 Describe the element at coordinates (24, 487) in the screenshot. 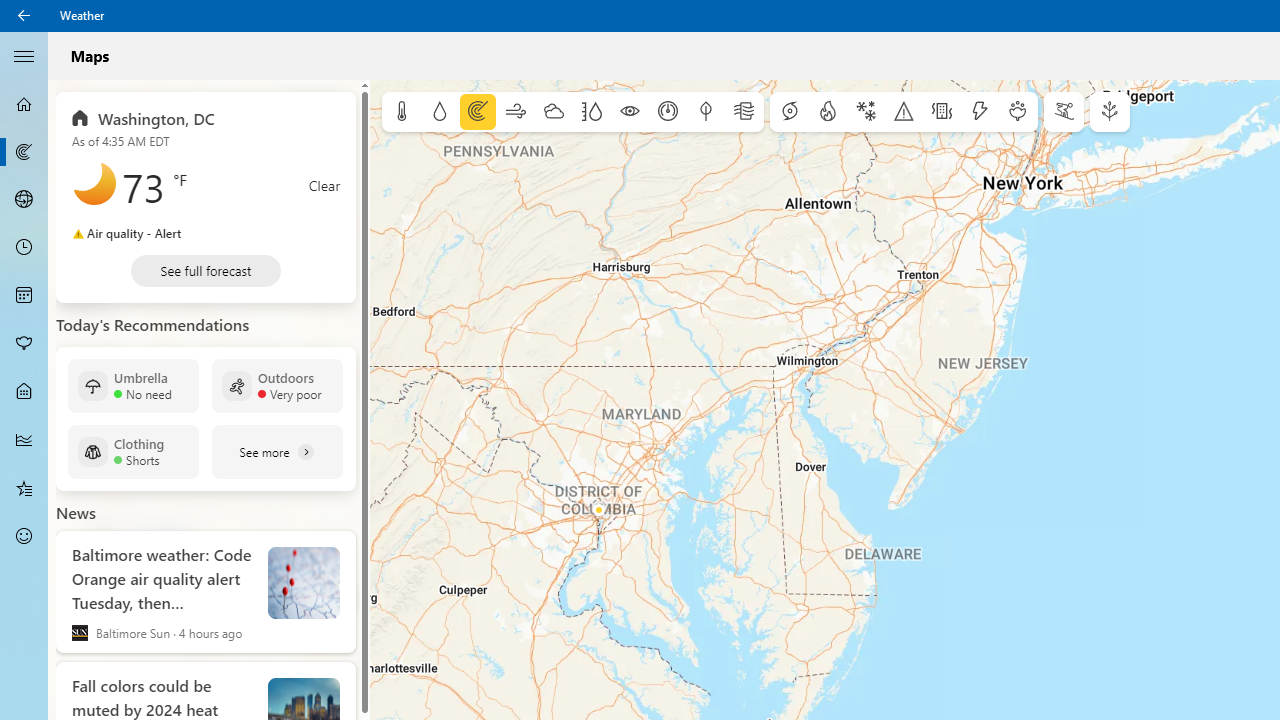

I see `'Favorites - Not Selected'` at that location.